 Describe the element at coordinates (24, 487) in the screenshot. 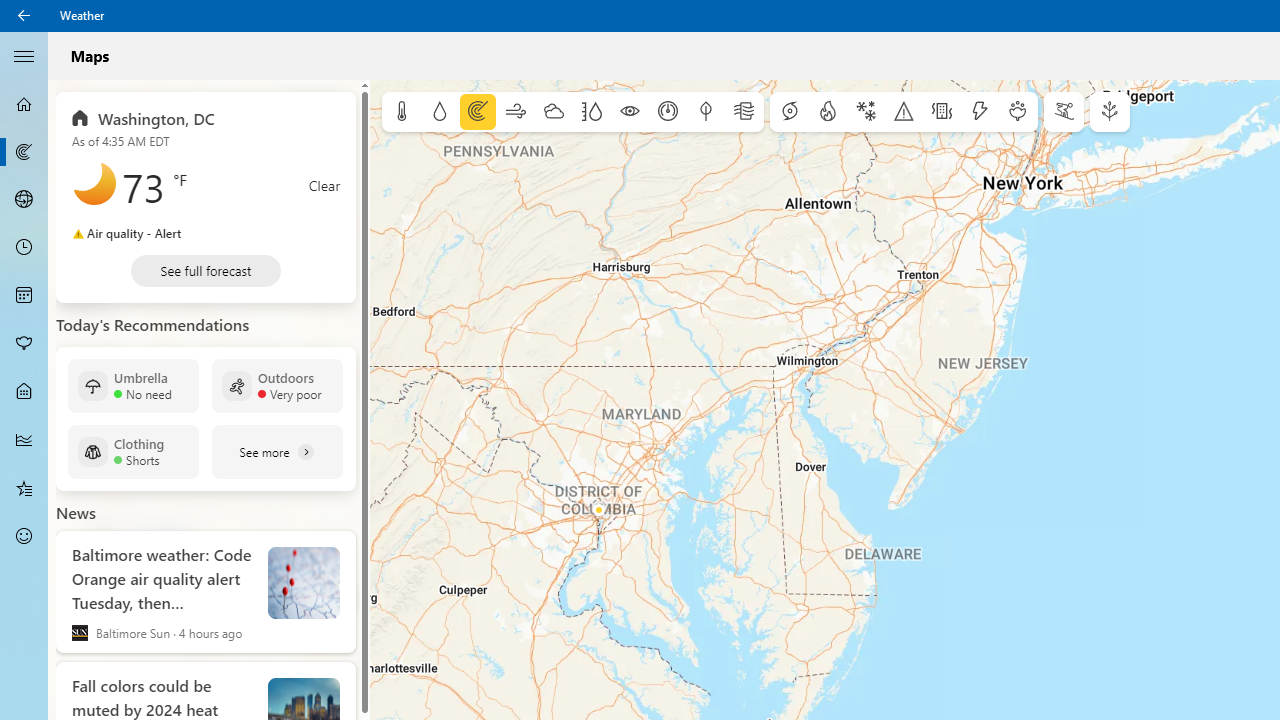

I see `'Favorites - Not Selected'` at that location.